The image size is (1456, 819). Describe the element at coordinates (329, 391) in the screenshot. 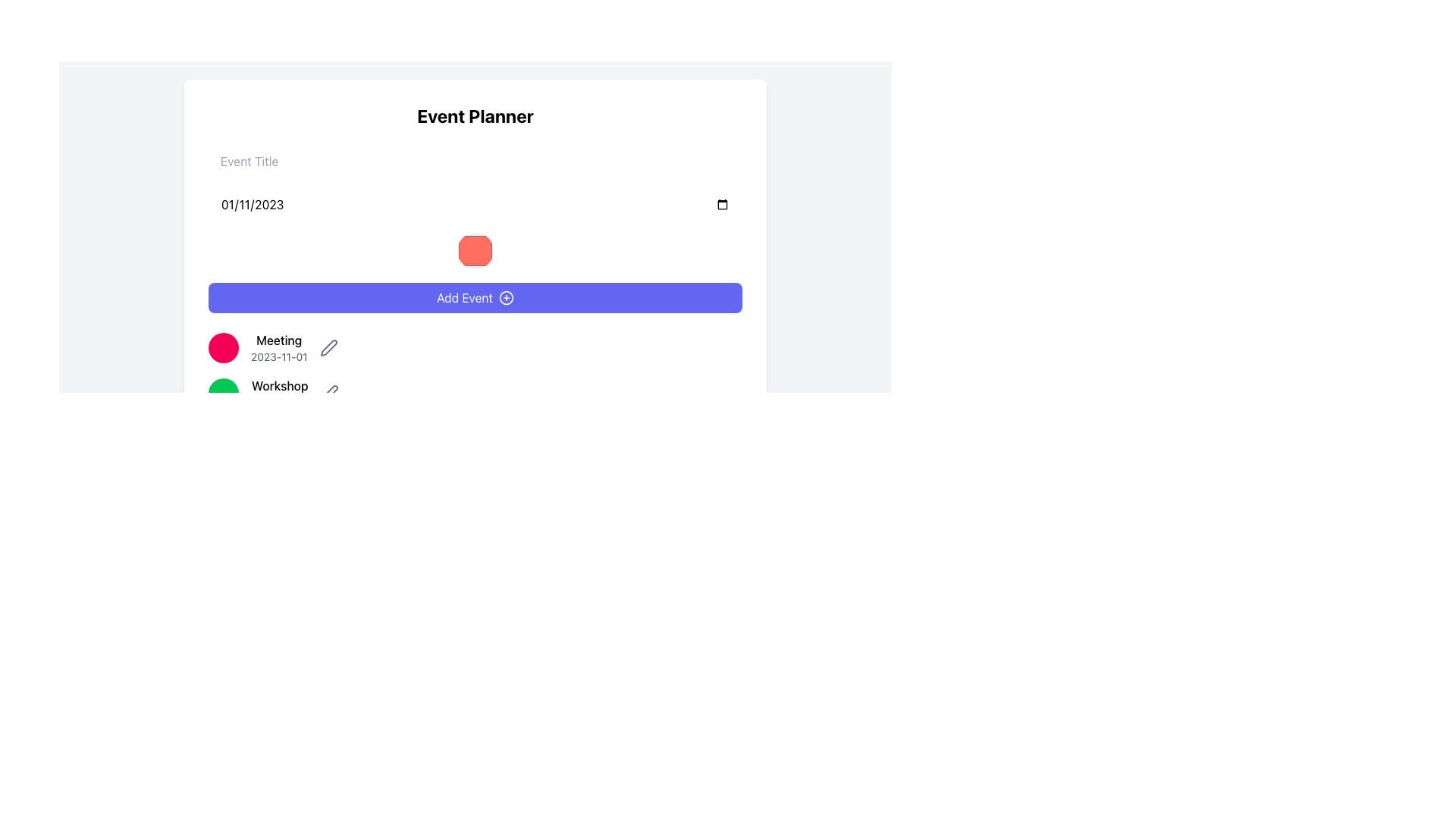

I see `the pen icon located immediately to the right of the 'Meeting' event entry to enter edit mode` at that location.